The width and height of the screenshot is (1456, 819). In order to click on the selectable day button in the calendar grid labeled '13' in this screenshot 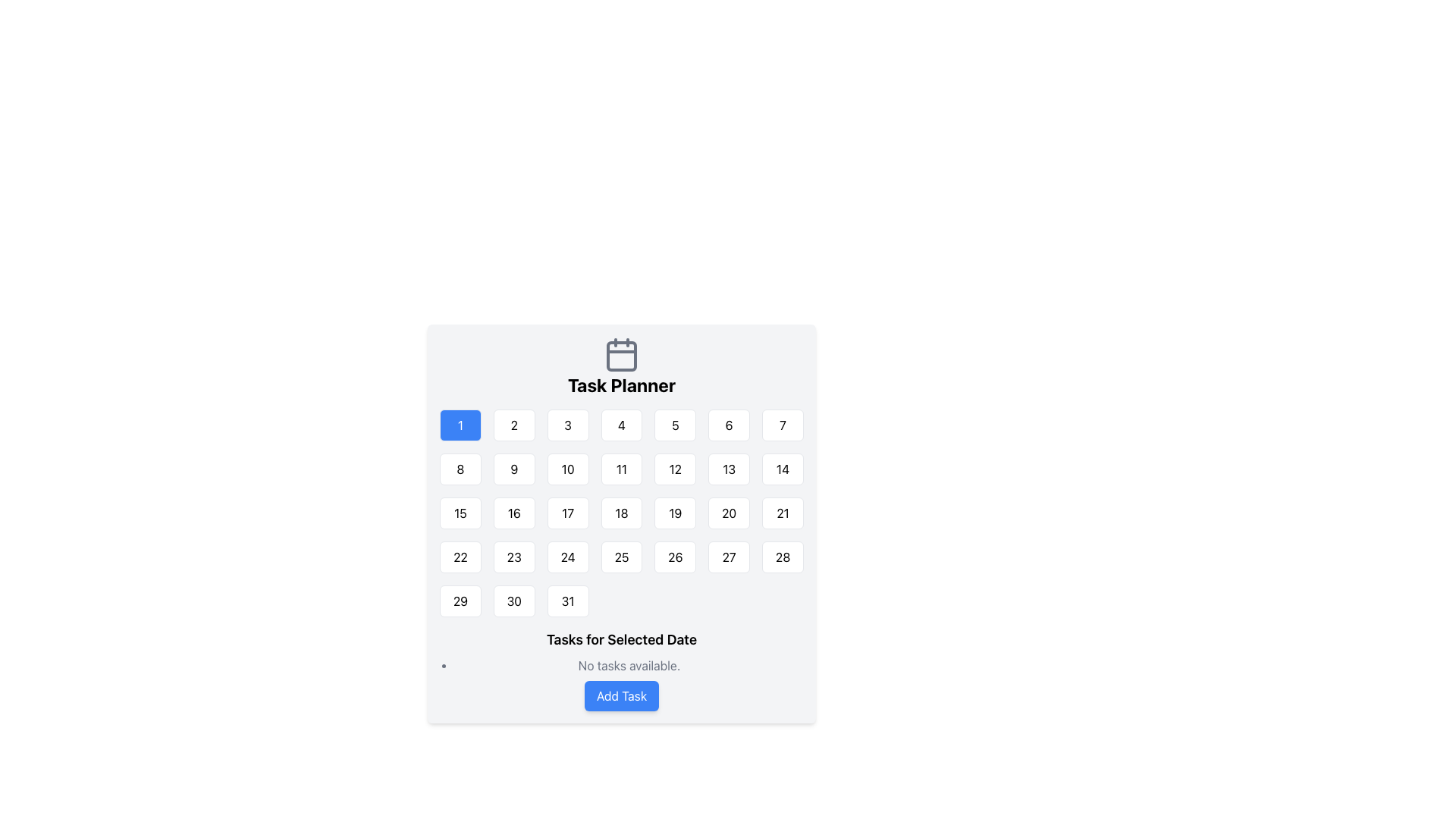, I will do `click(729, 468)`.